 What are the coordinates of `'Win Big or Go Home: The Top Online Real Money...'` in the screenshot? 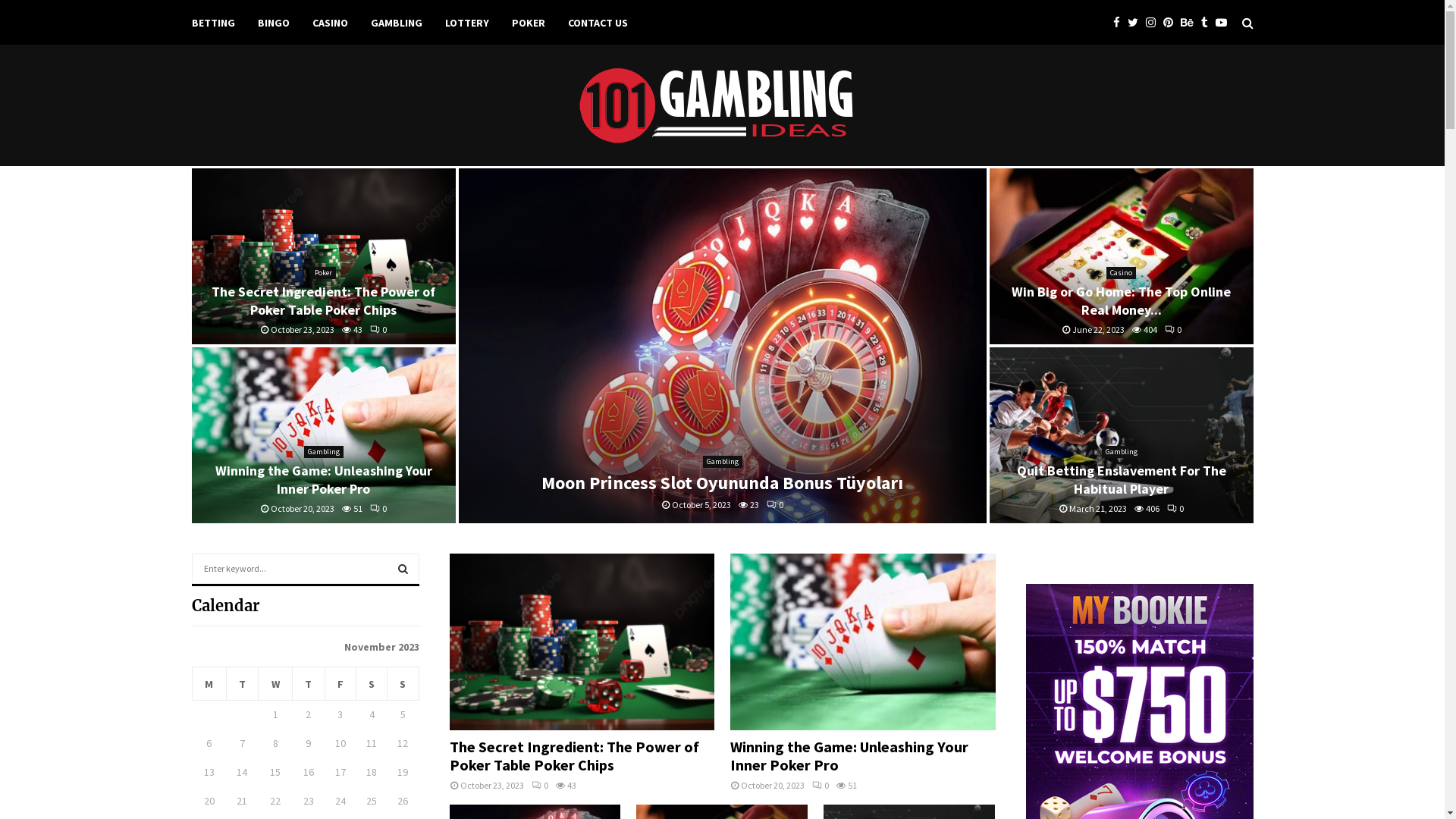 It's located at (1121, 300).